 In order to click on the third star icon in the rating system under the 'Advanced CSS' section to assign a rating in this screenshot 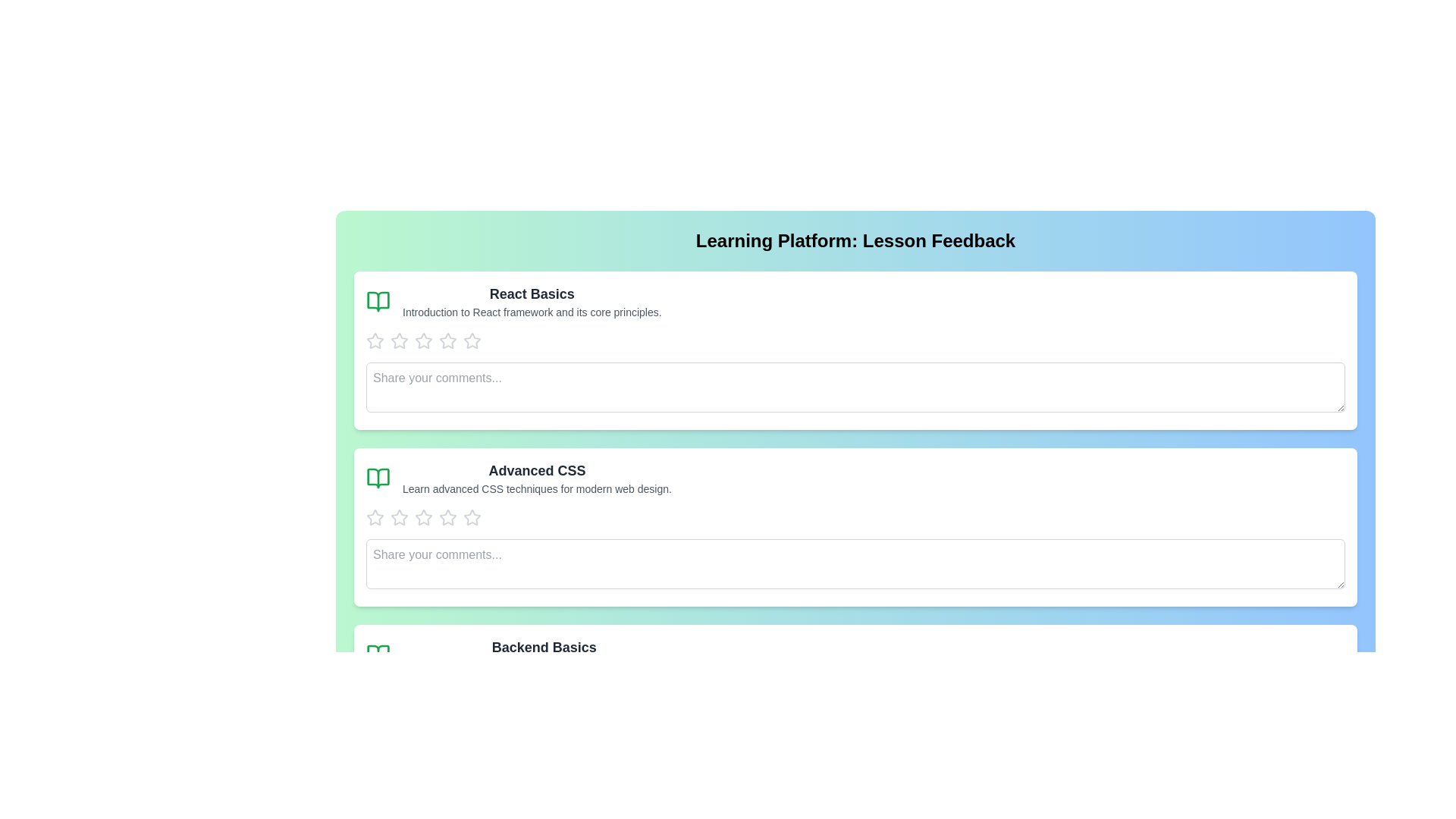, I will do `click(375, 516)`.